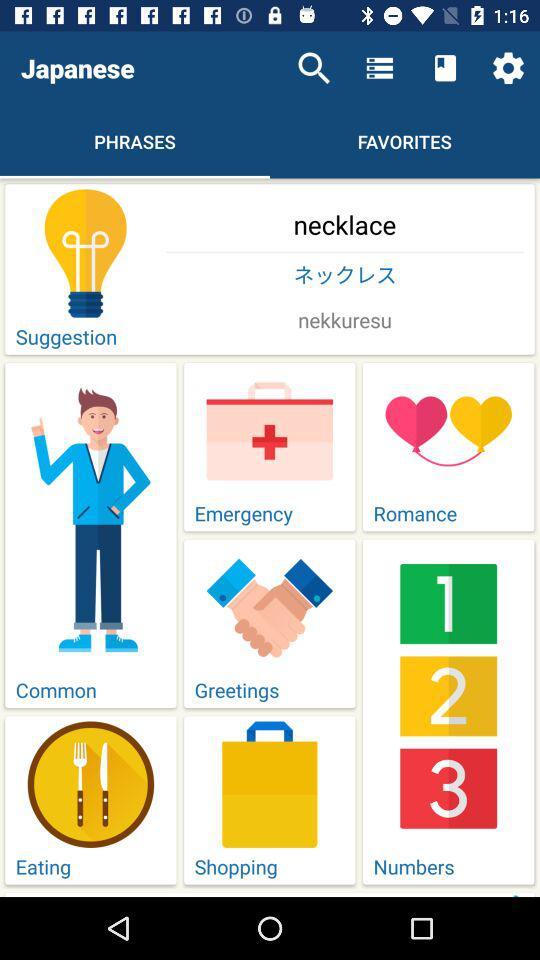 The height and width of the screenshot is (960, 540). What do you see at coordinates (314, 68) in the screenshot?
I see `icon above necklace` at bounding box center [314, 68].